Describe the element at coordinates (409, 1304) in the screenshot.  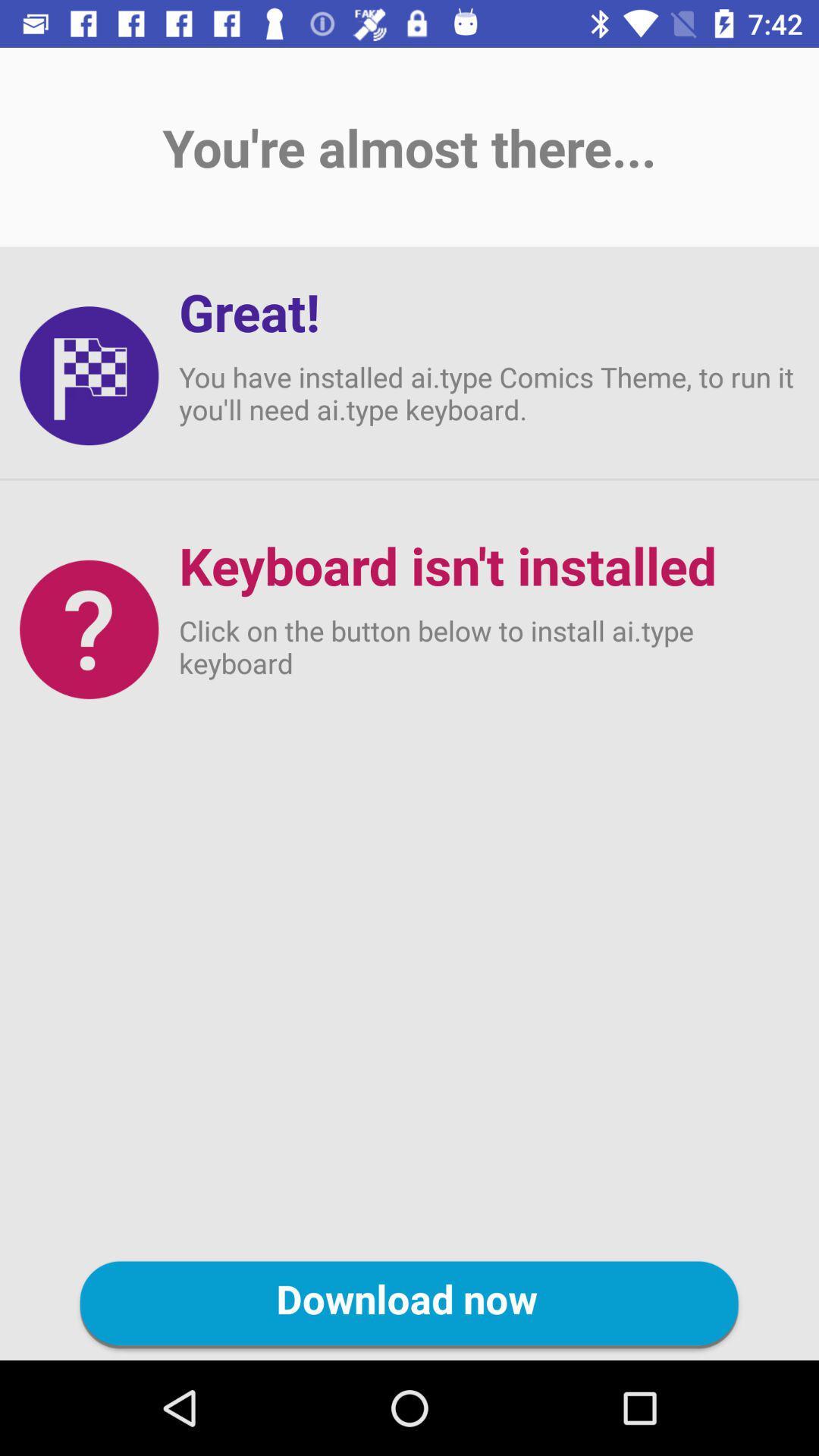
I see `the download now button` at that location.